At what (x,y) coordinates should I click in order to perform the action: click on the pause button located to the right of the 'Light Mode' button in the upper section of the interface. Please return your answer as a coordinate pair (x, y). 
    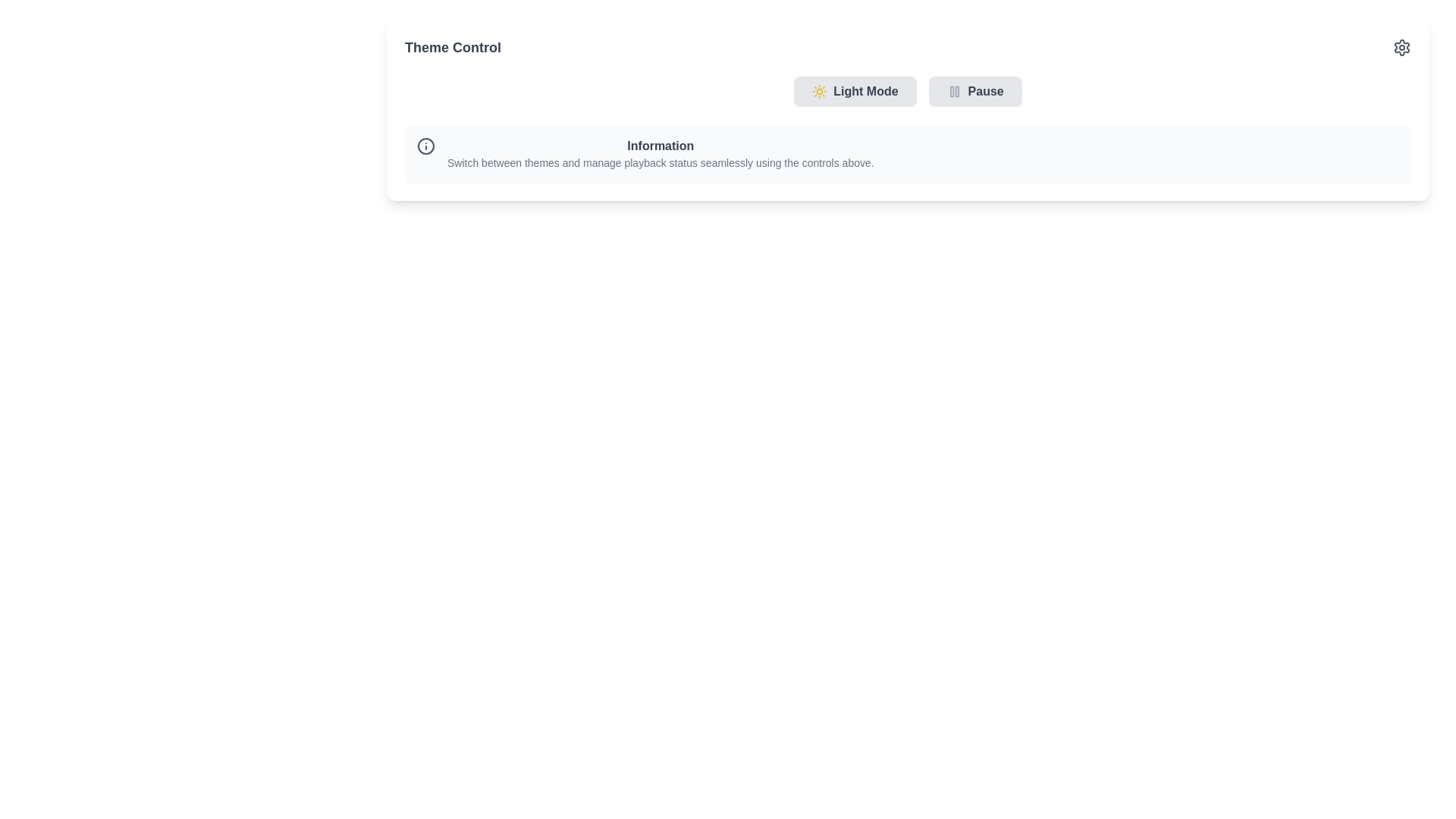
    Looking at the image, I should click on (975, 91).